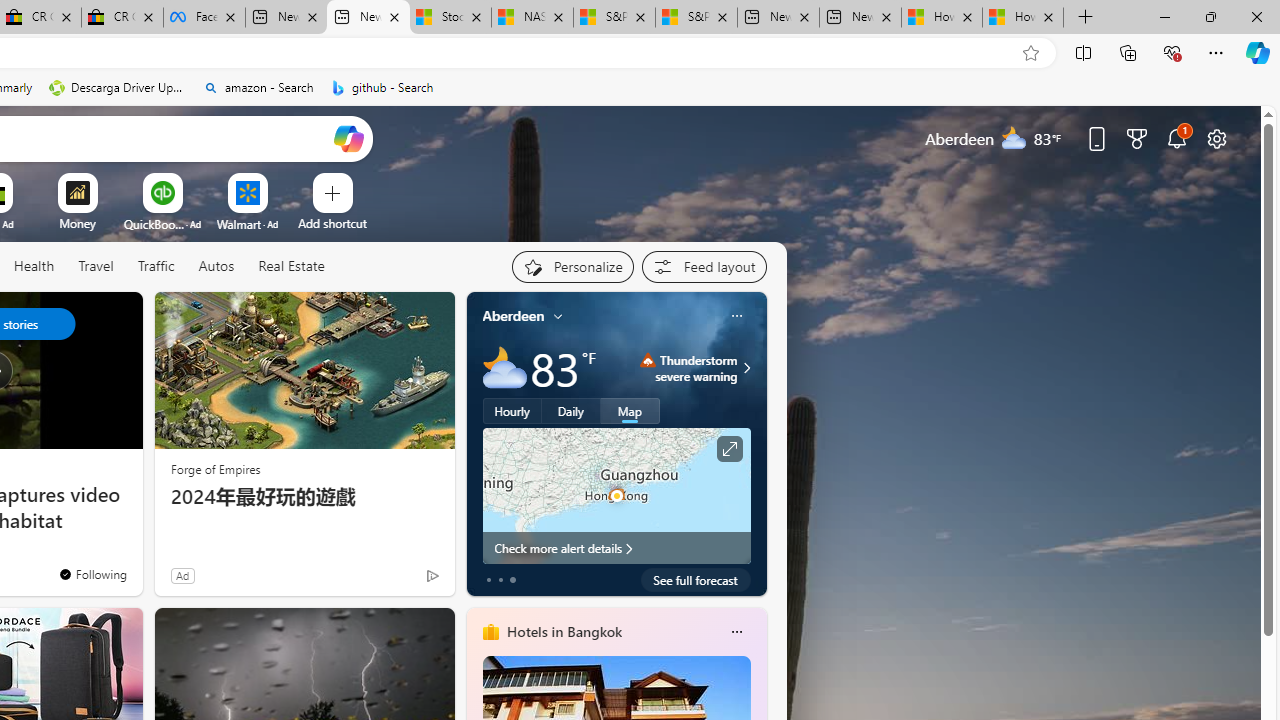  What do you see at coordinates (1137, 137) in the screenshot?
I see `'Microsoft rewards'` at bounding box center [1137, 137].